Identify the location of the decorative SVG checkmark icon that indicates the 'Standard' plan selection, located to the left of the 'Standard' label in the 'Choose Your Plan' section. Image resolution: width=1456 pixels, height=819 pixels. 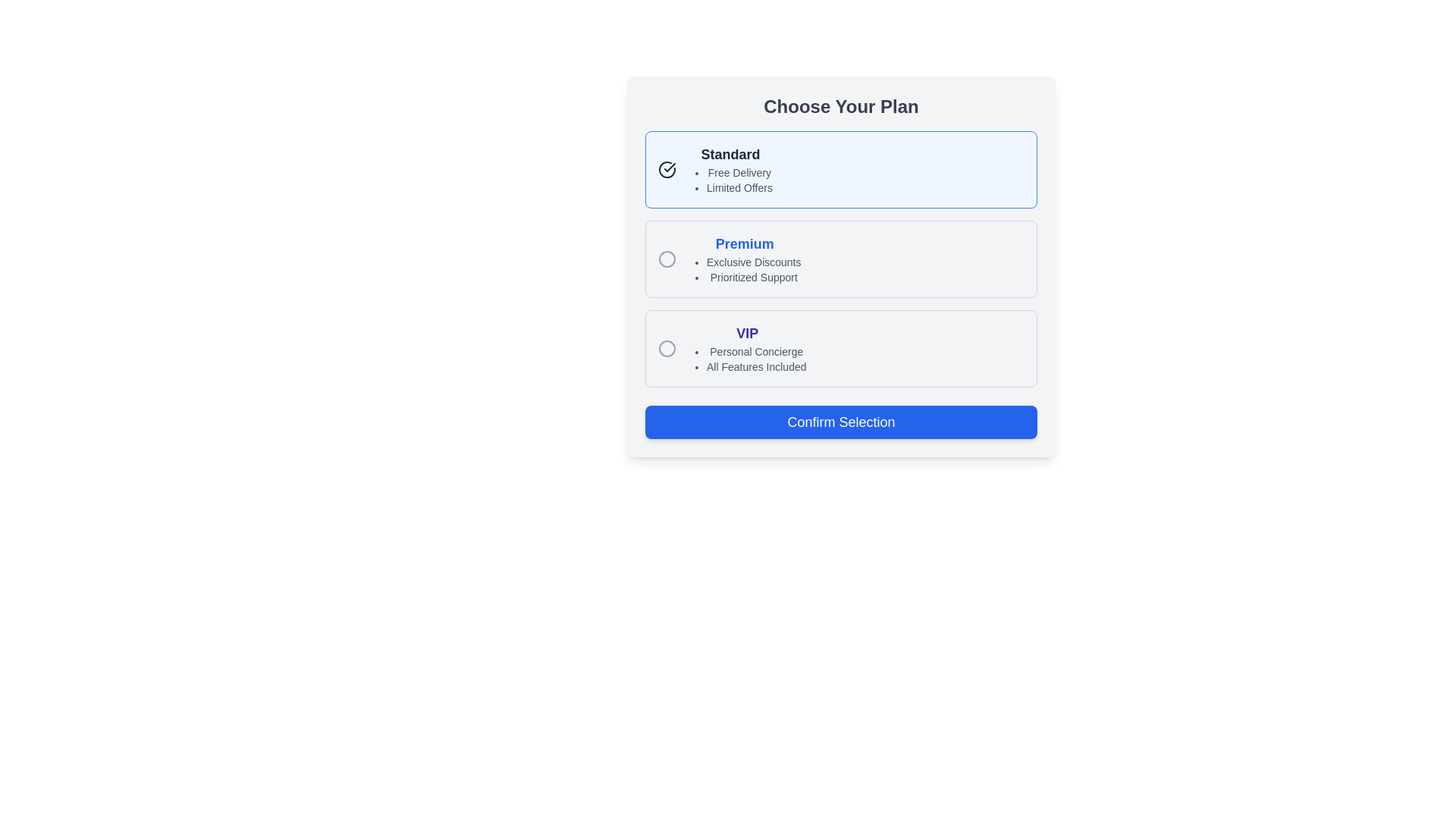
(669, 167).